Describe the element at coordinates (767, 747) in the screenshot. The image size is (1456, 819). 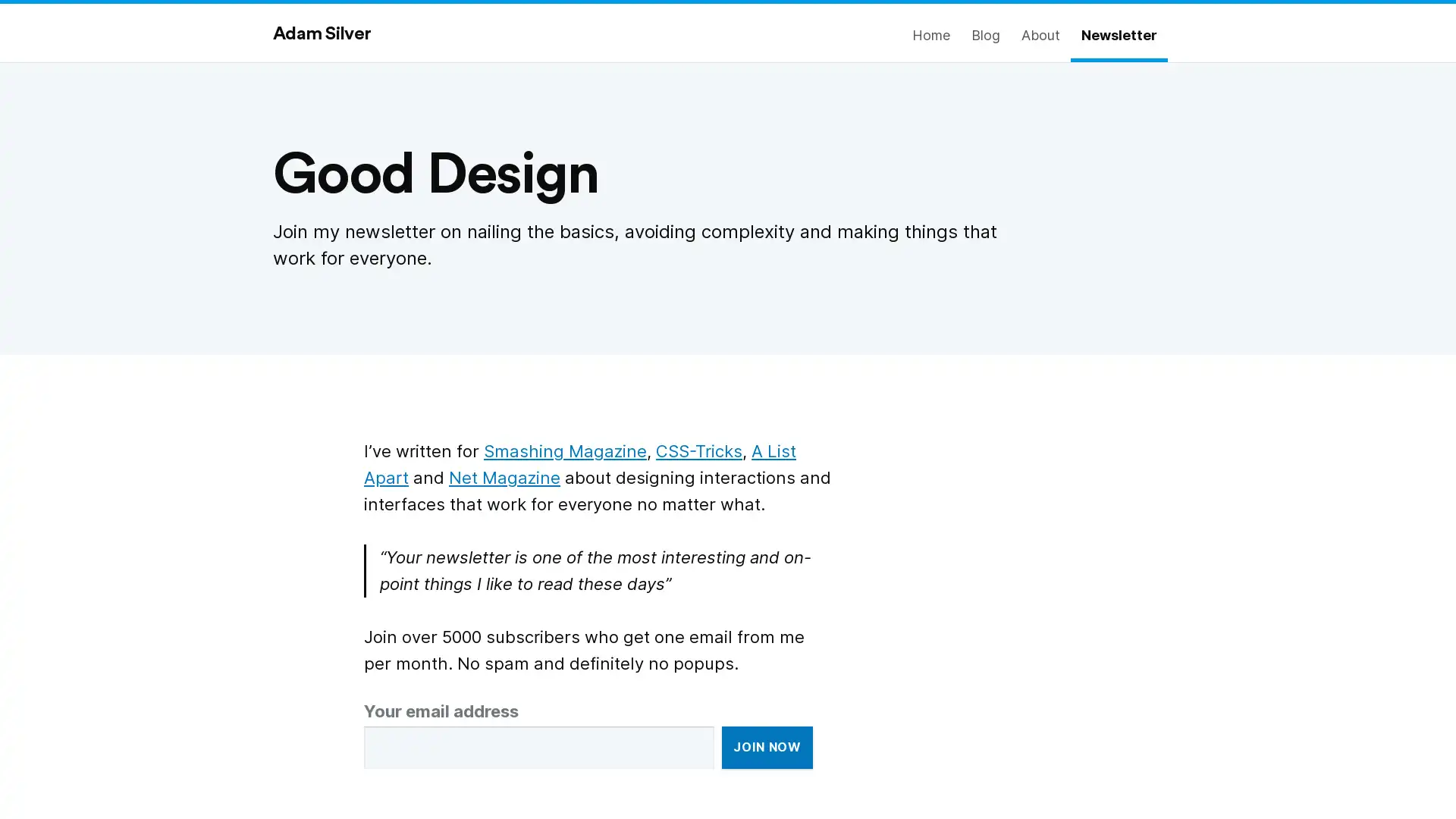
I see `Join now` at that location.